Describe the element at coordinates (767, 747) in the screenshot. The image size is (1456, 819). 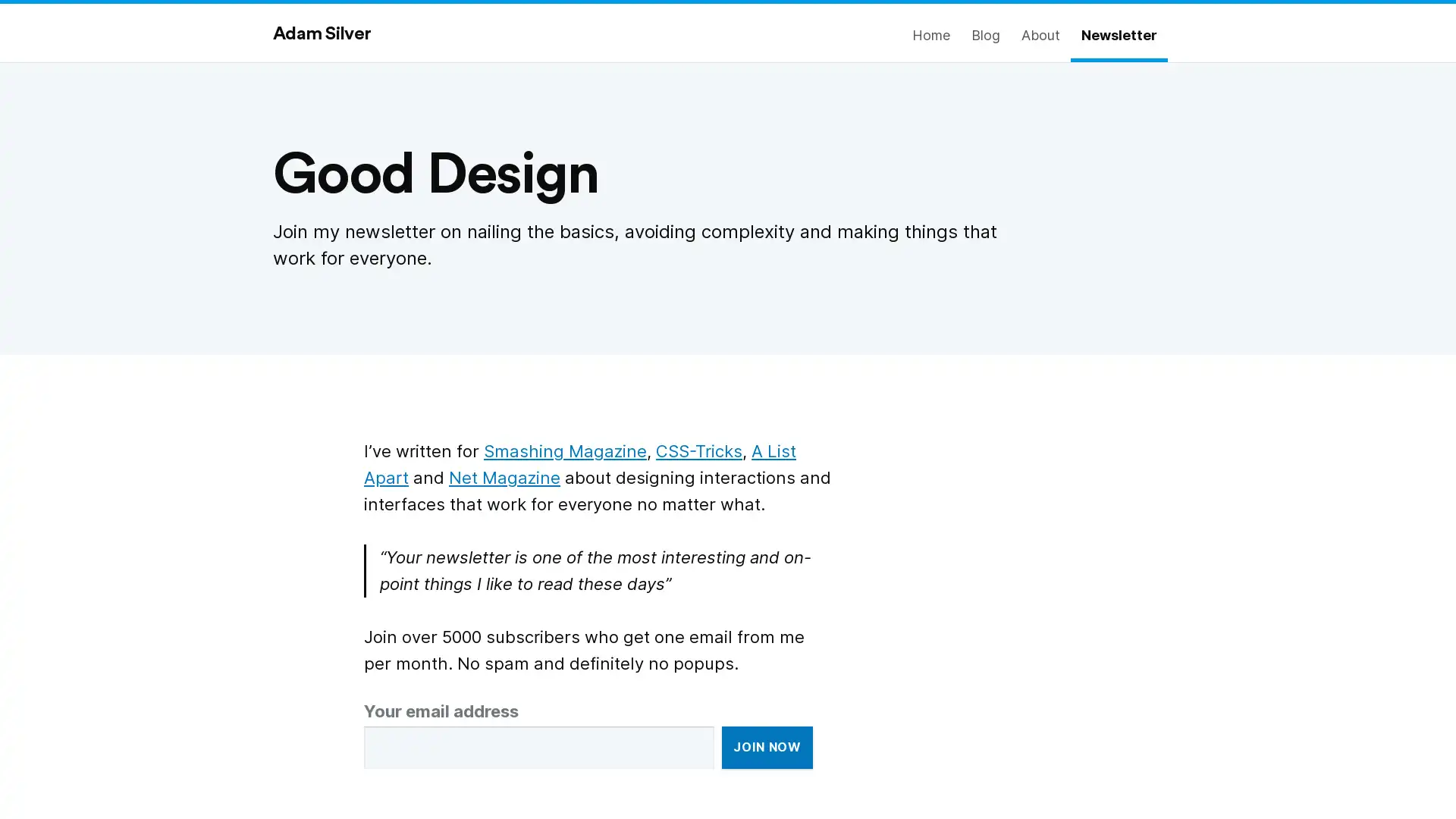
I see `Join now` at that location.